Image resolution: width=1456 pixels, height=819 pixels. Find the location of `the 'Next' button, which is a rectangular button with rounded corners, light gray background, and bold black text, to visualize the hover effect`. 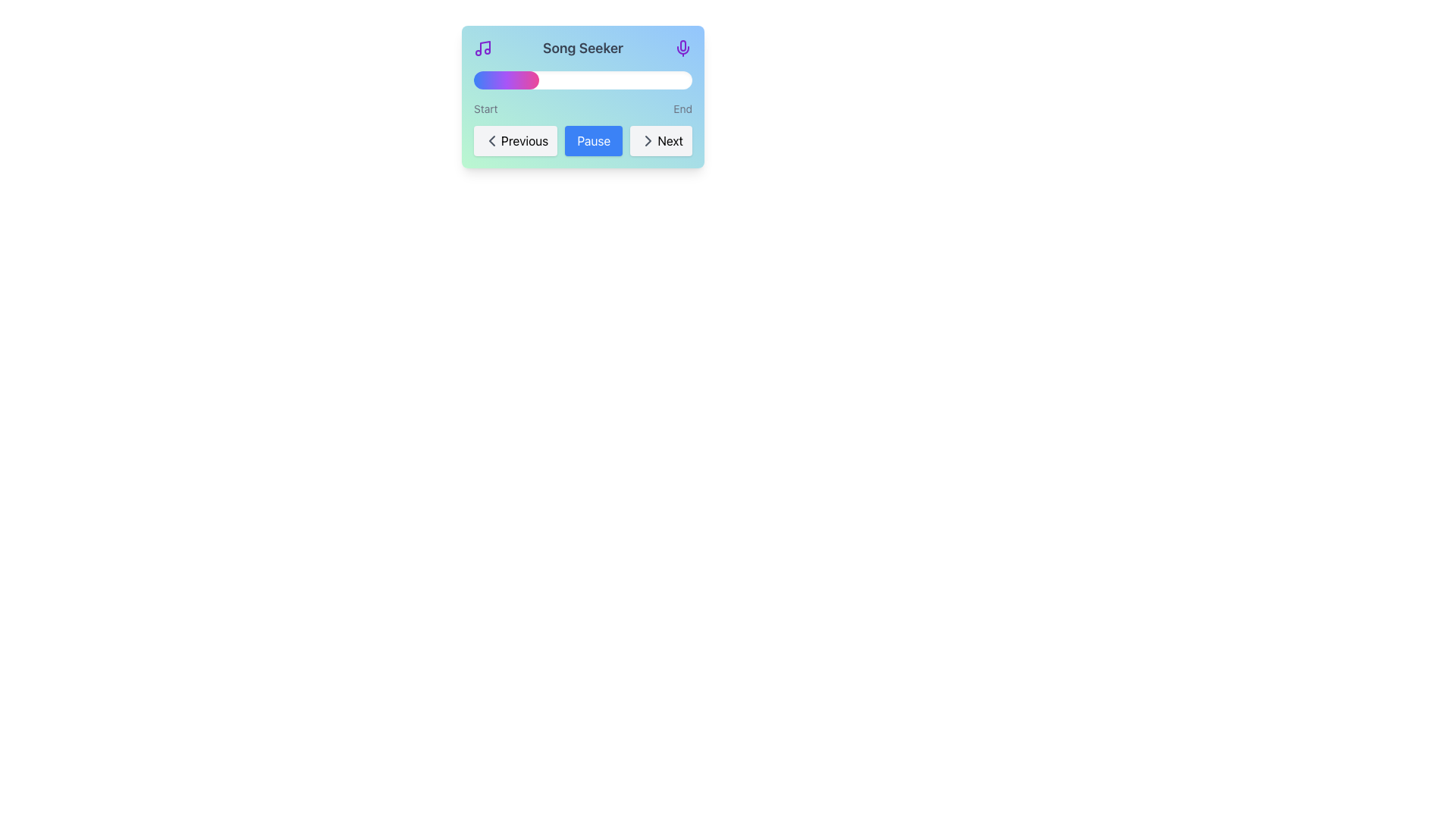

the 'Next' button, which is a rectangular button with rounded corners, light gray background, and bold black text, to visualize the hover effect is located at coordinates (661, 140).